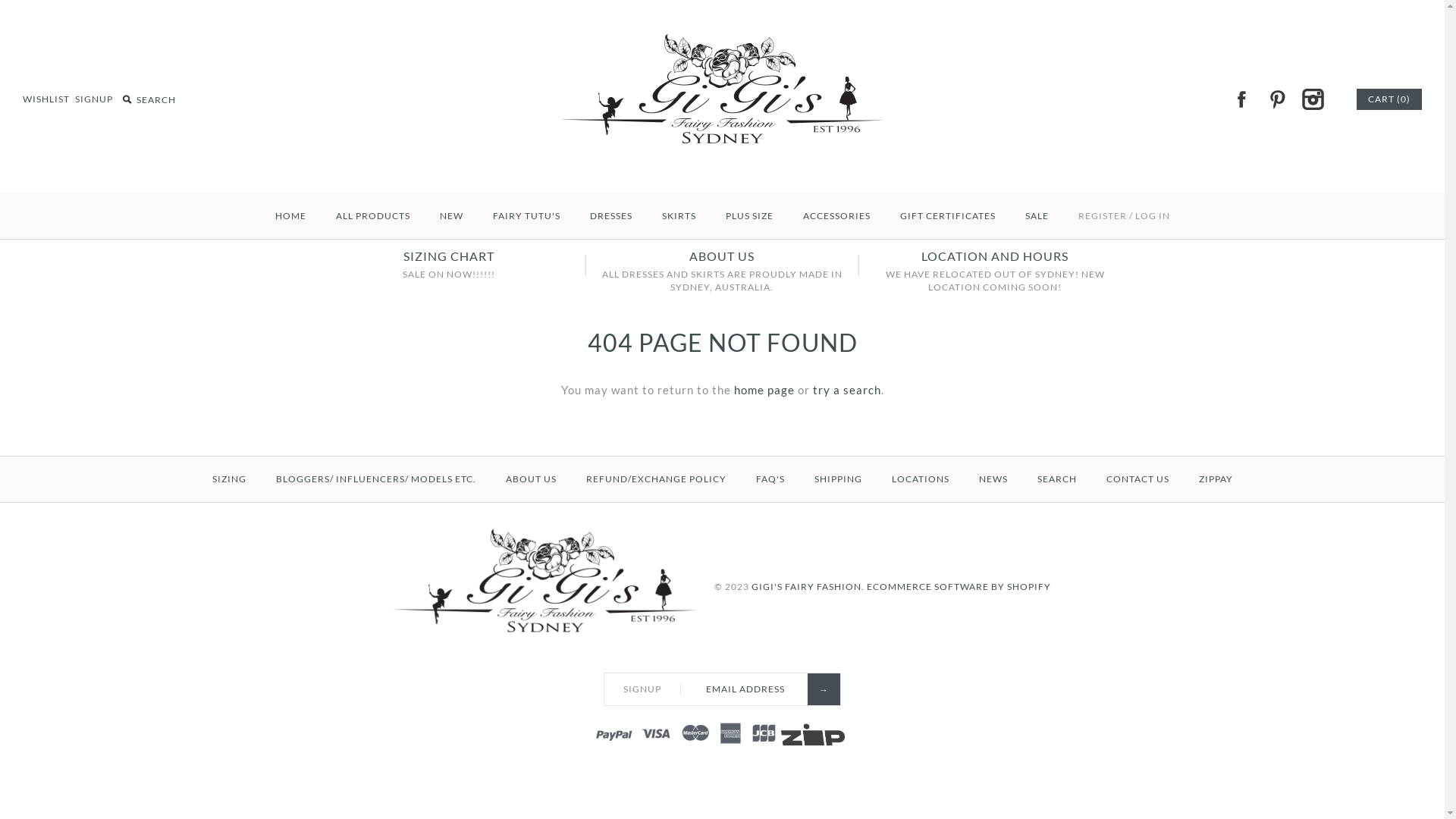 Image resolution: width=1456 pixels, height=819 pixels. What do you see at coordinates (375, 479) in the screenshot?
I see `'BLOGGERS/ INFLUENCERS/ MODELS ETC.'` at bounding box center [375, 479].